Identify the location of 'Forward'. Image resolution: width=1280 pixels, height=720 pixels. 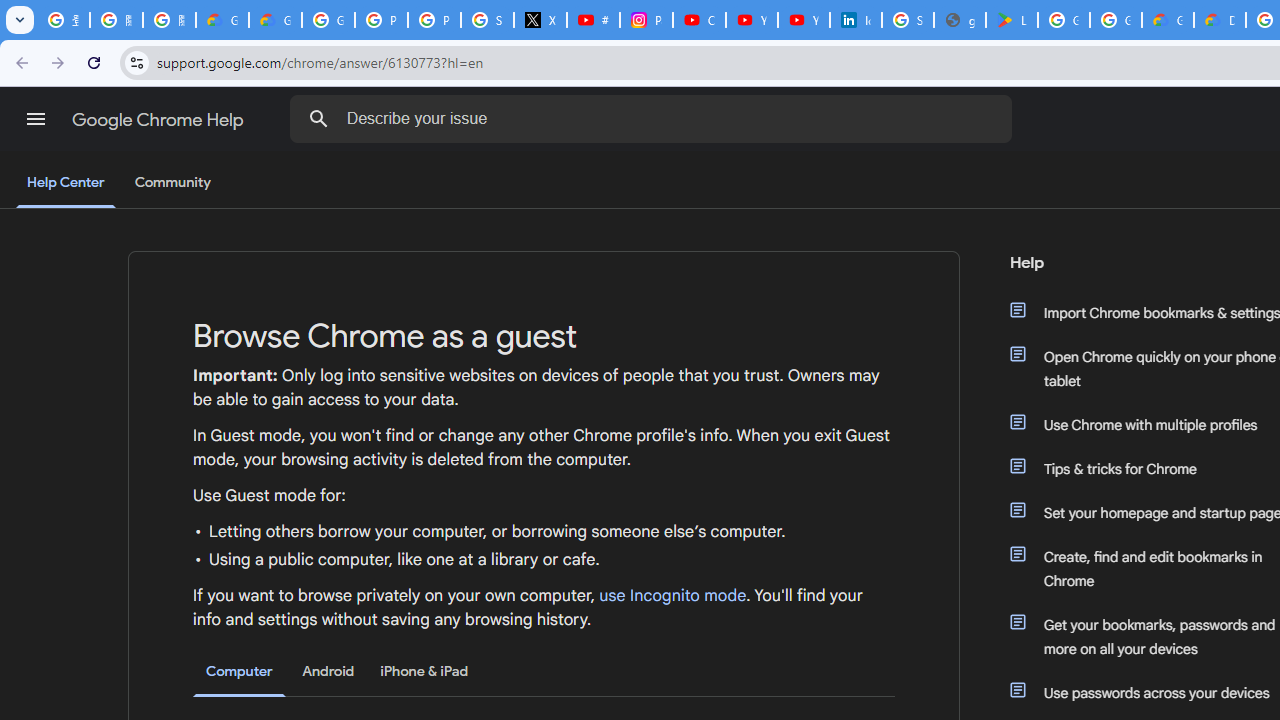
(58, 61).